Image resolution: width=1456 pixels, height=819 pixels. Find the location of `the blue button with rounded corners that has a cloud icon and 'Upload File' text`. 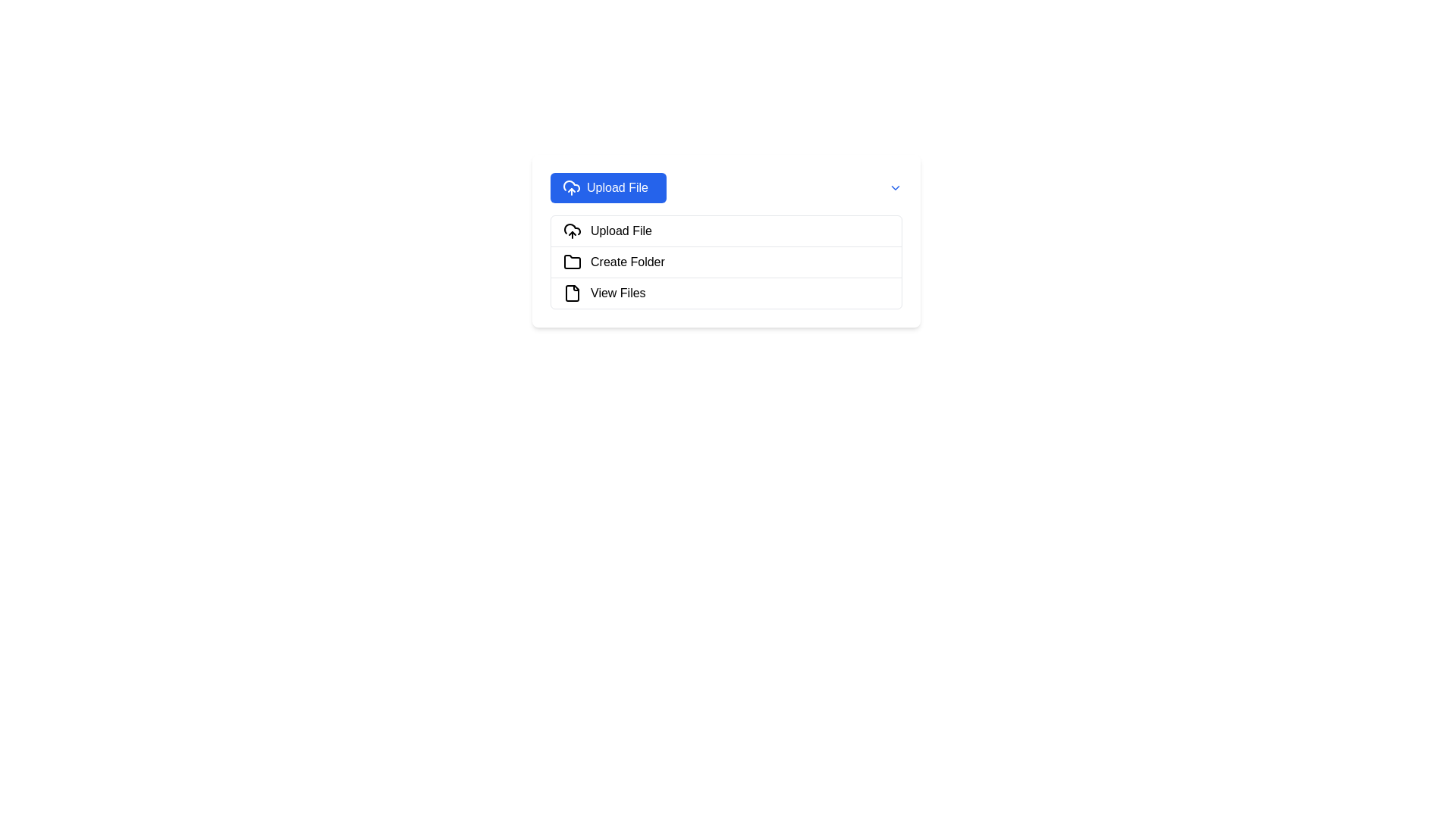

the blue button with rounded corners that has a cloud icon and 'Upload File' text is located at coordinates (608, 187).